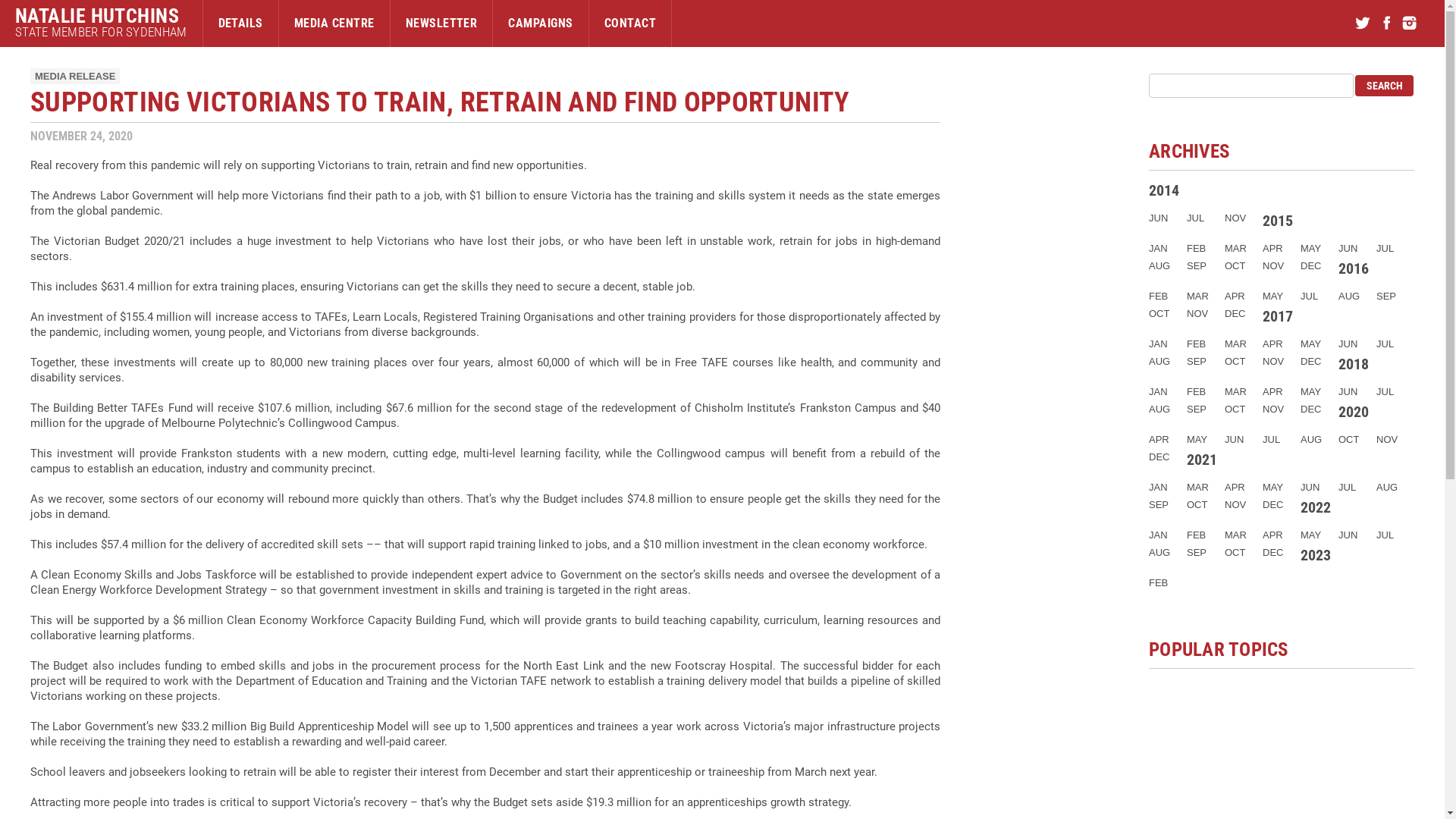 This screenshot has width=1456, height=819. I want to click on '2017', so click(1276, 315).